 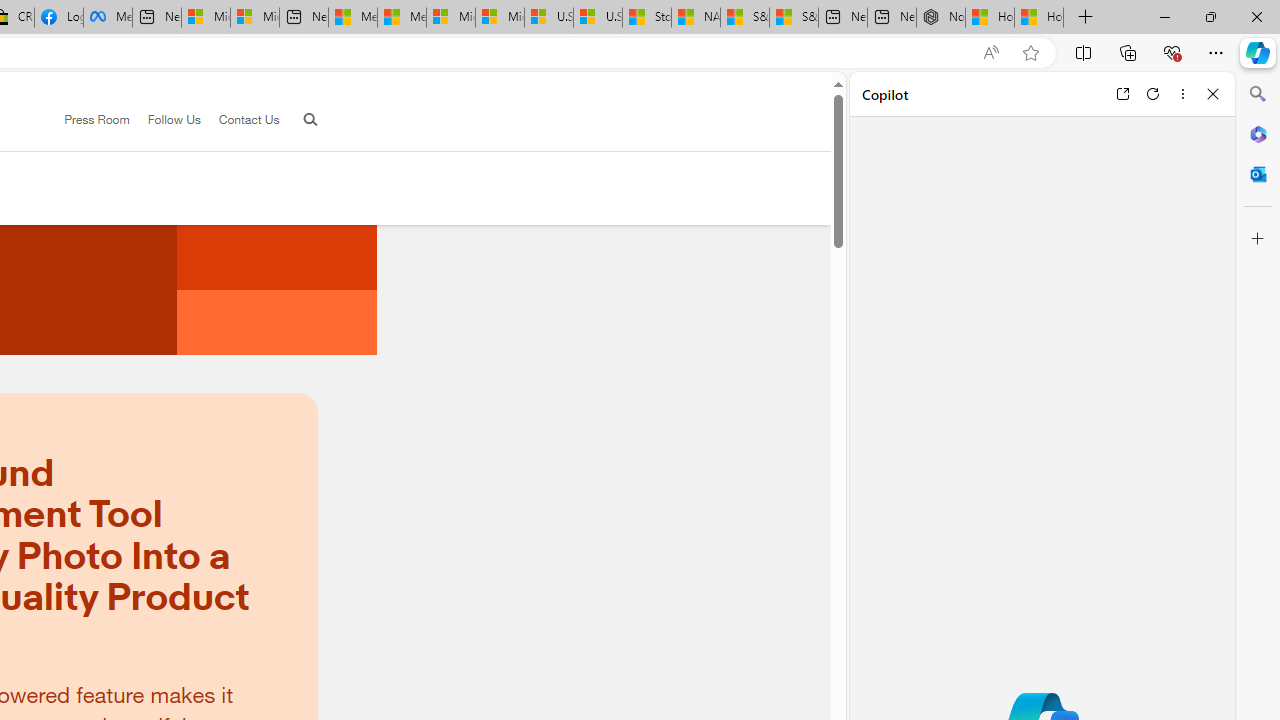 What do you see at coordinates (1182, 93) in the screenshot?
I see `'More options'` at bounding box center [1182, 93].